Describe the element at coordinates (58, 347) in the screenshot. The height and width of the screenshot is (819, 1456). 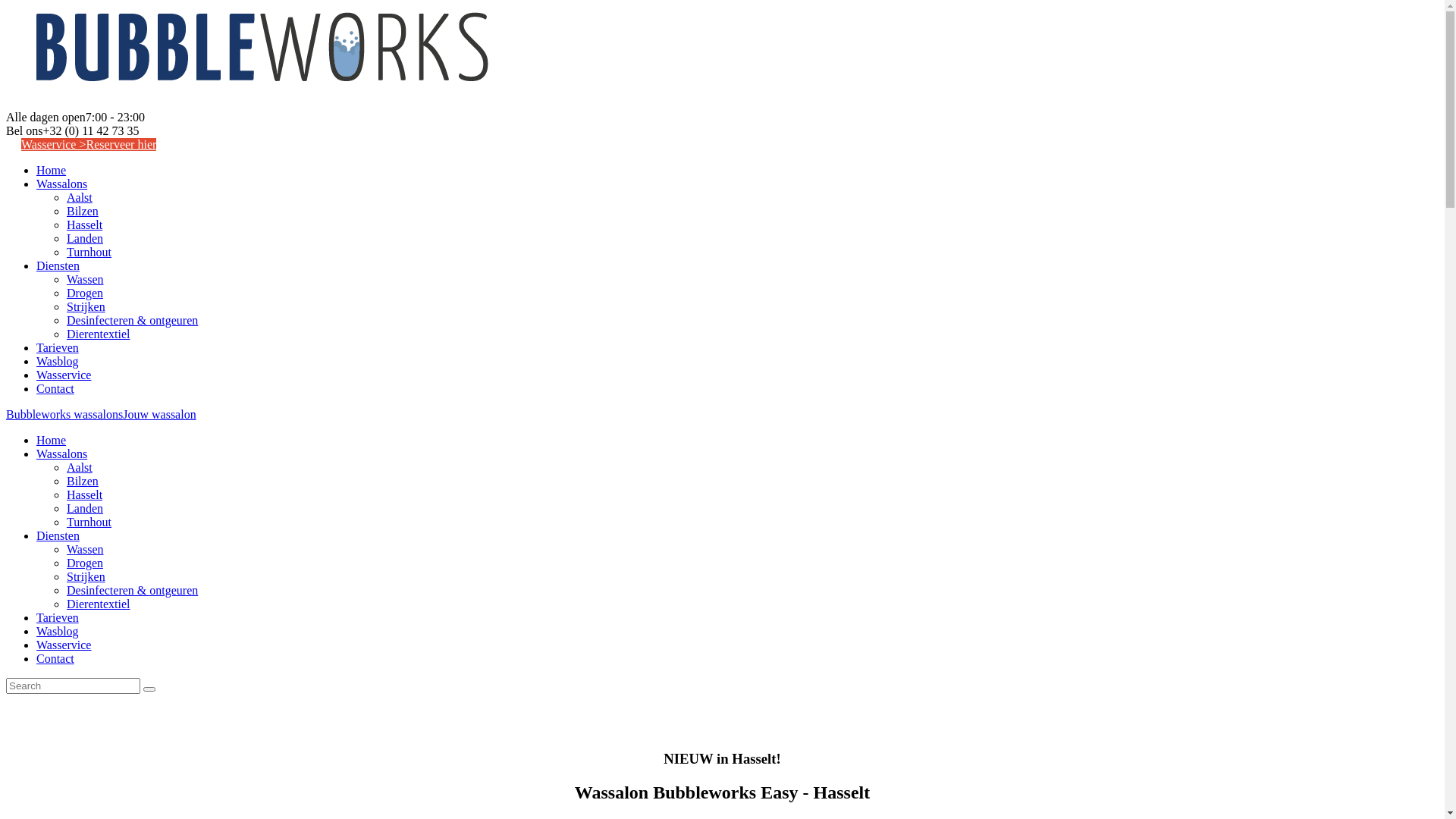
I see `'Tarieven'` at that location.